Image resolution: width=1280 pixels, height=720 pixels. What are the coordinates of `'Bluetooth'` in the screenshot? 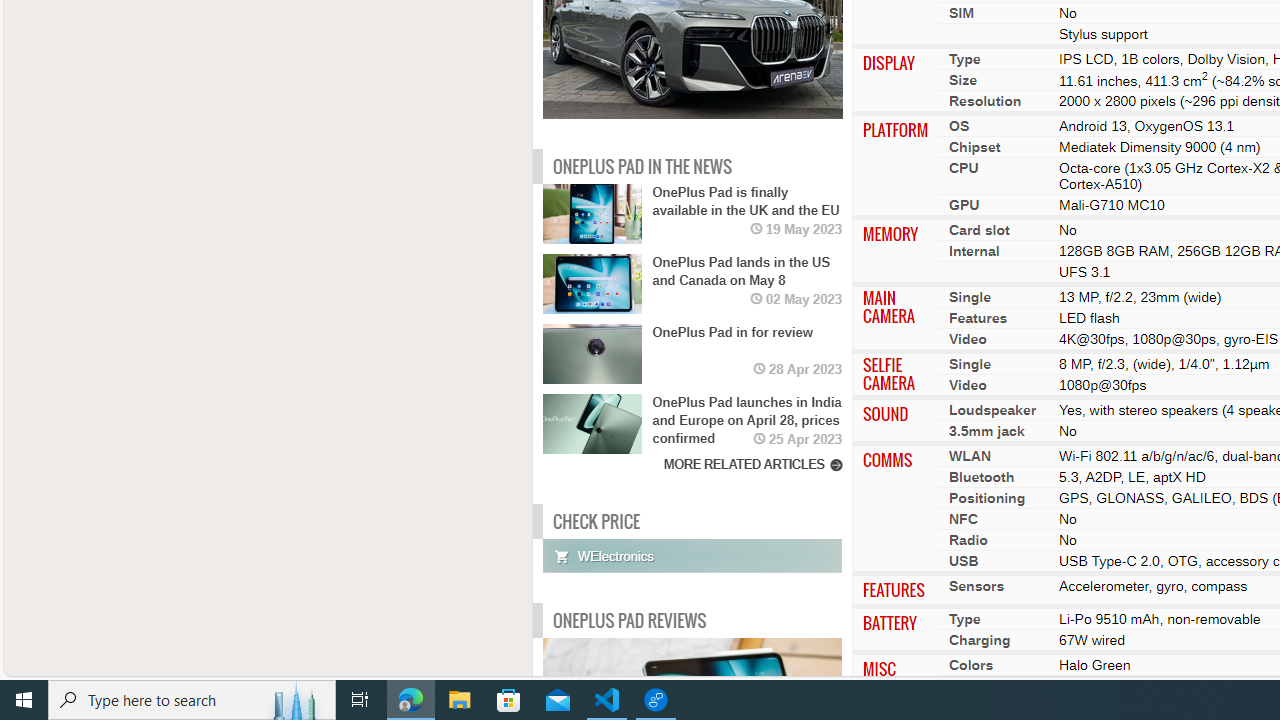 It's located at (981, 477).